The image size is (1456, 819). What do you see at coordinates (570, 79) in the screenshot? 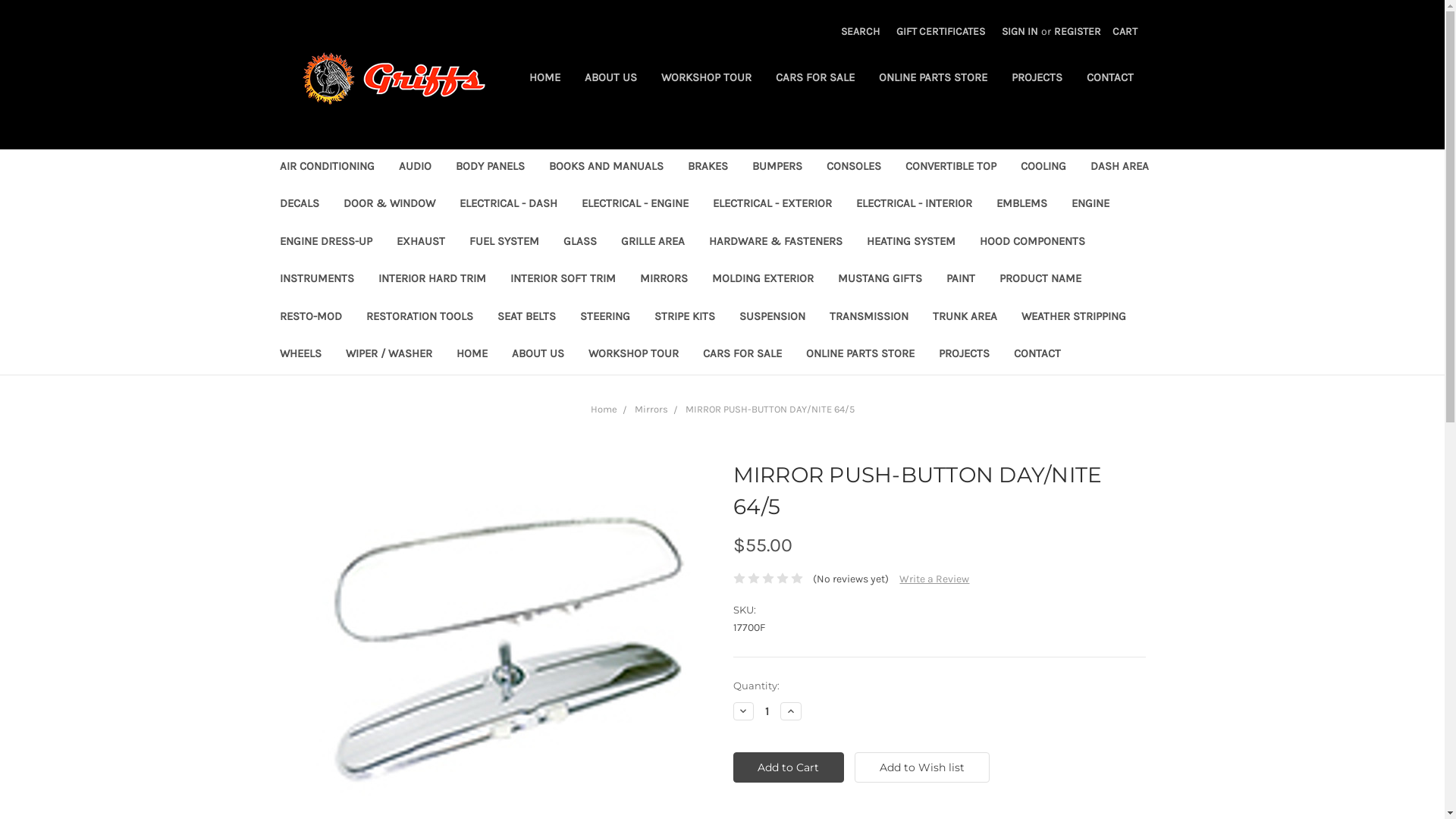
I see `'ABOUT US'` at bounding box center [570, 79].